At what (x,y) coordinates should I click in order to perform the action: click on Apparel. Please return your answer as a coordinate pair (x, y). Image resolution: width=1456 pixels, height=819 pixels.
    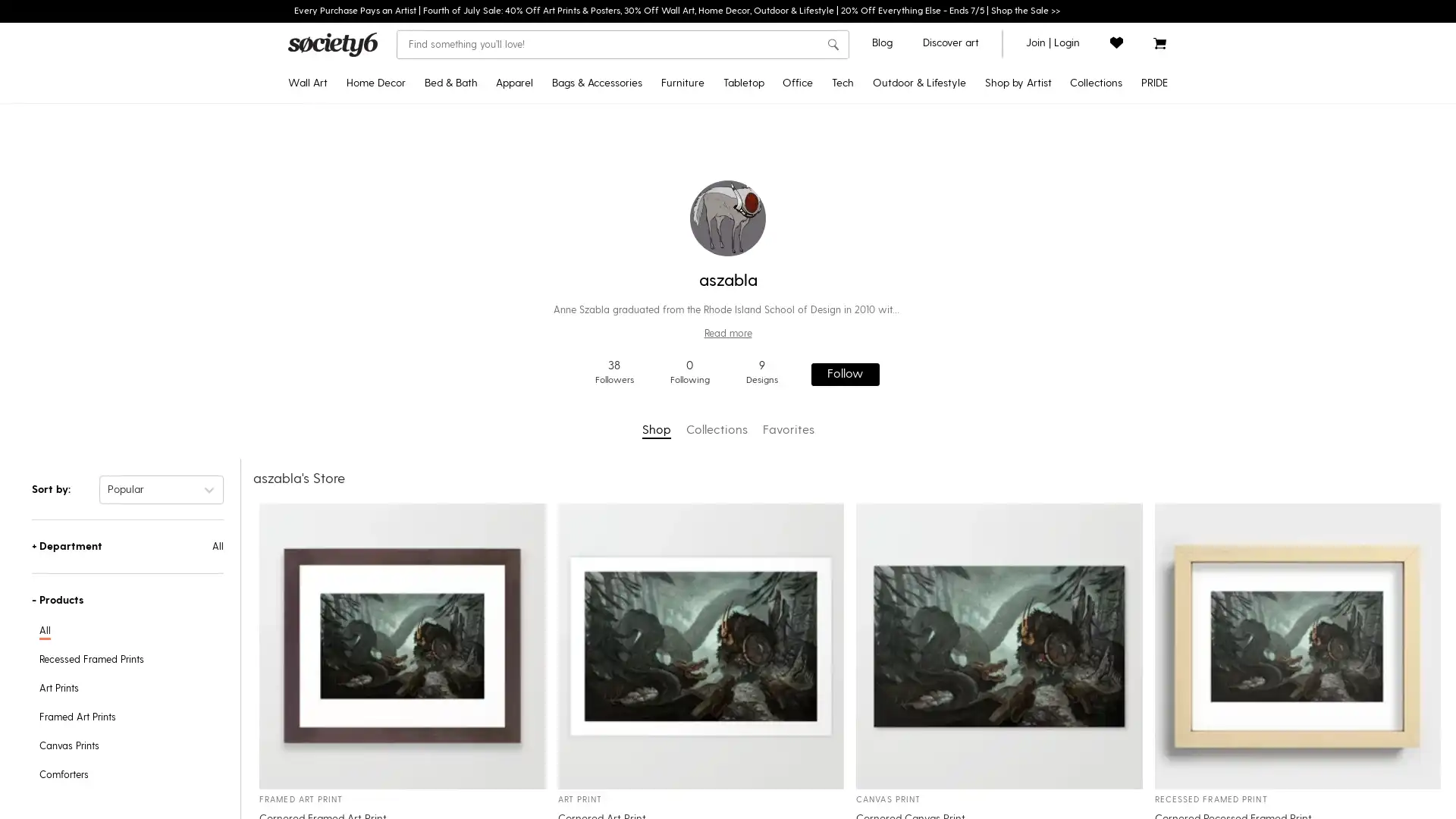
    Looking at the image, I should click on (514, 83).